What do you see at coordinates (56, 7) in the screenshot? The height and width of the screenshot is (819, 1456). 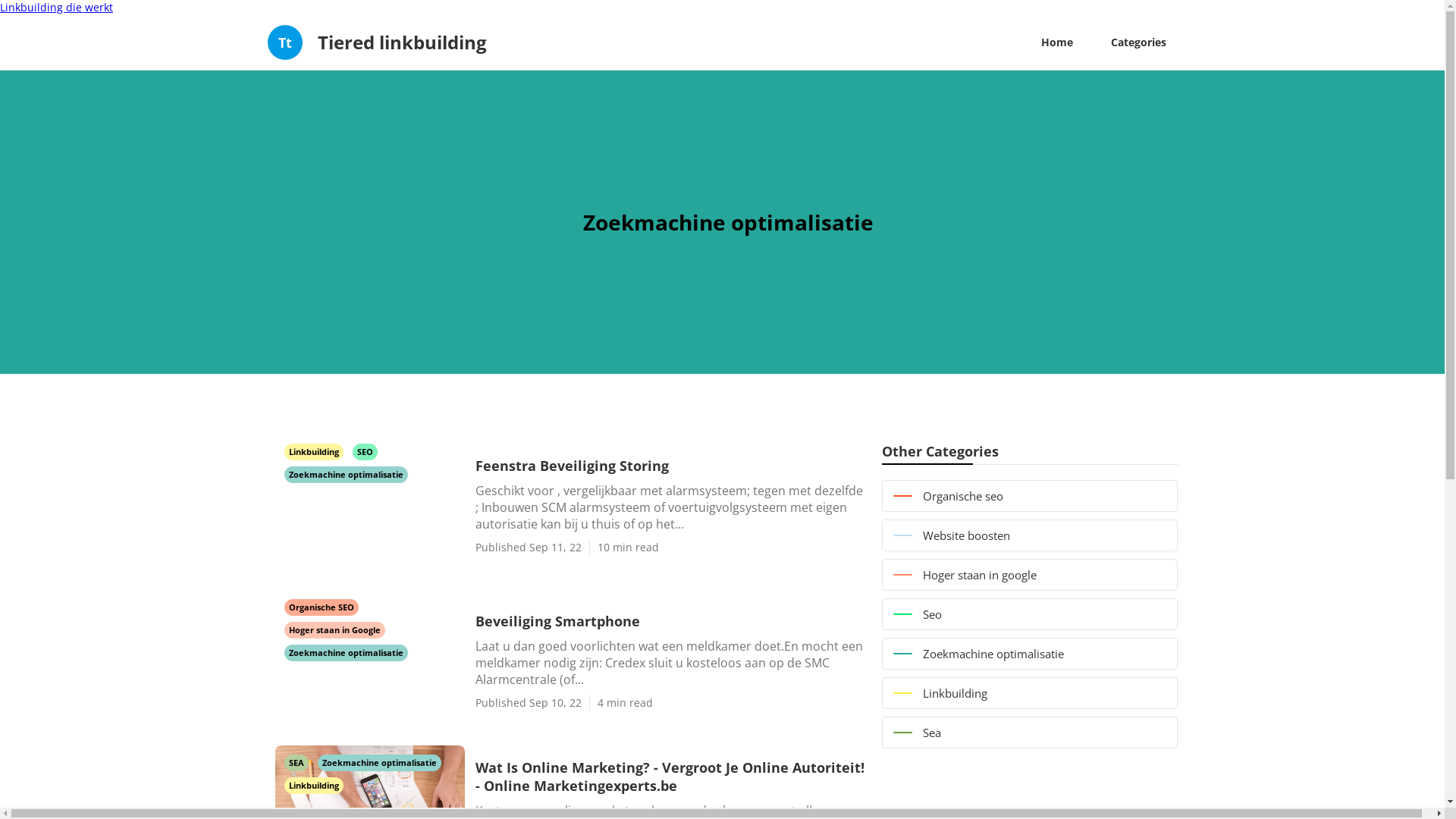 I see `'Linkbuilding die werkt'` at bounding box center [56, 7].